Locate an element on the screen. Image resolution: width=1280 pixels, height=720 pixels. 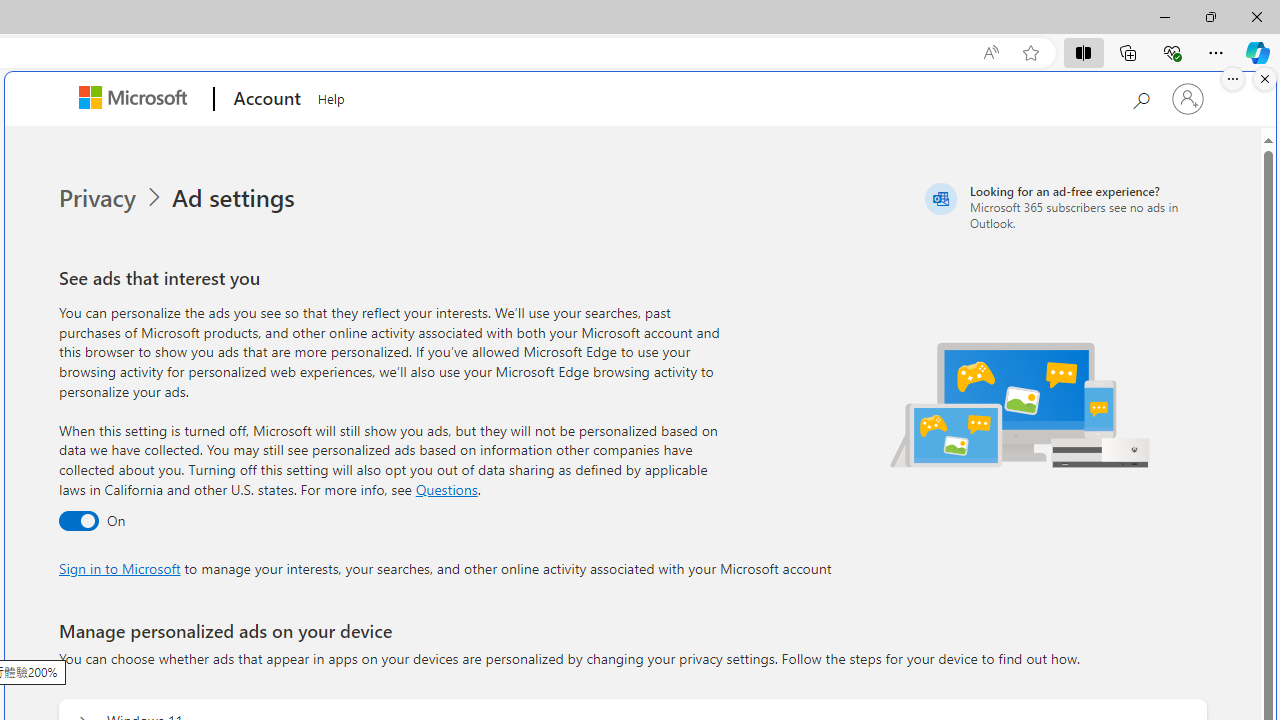
'Microsoft' is located at coordinates (135, 99).